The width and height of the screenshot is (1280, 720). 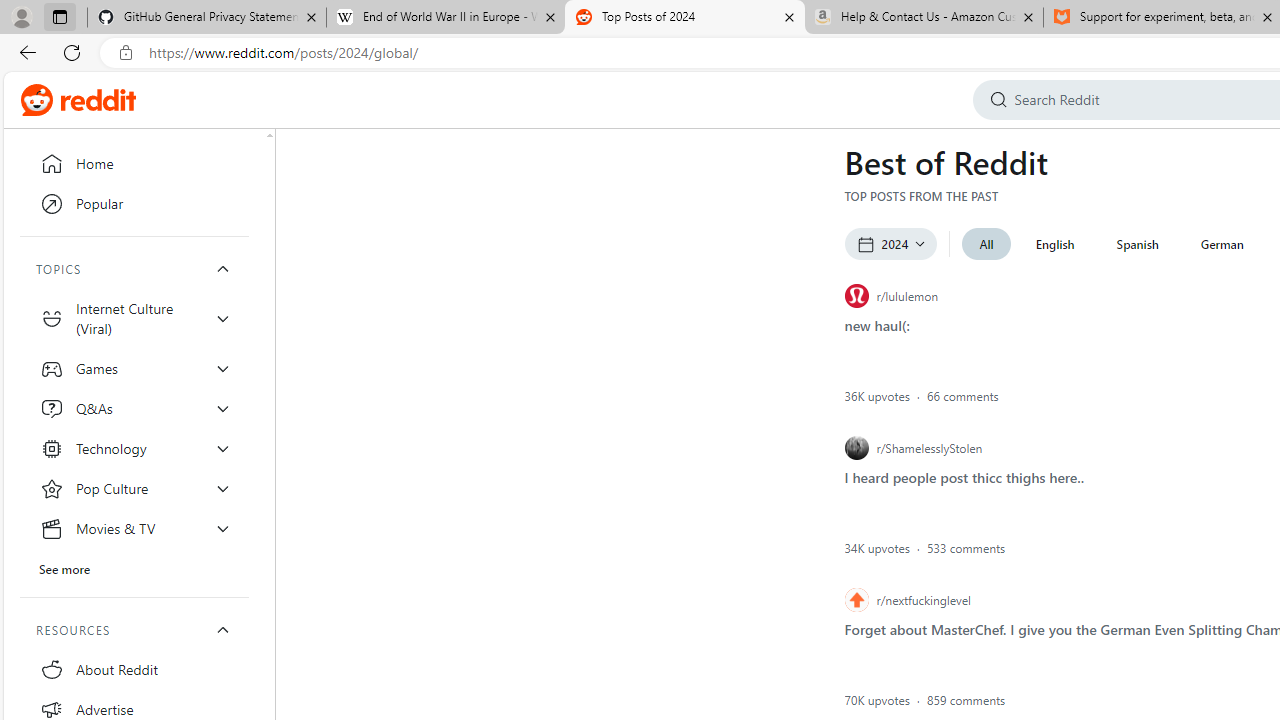 I want to click on 'All', so click(x=986, y=243).